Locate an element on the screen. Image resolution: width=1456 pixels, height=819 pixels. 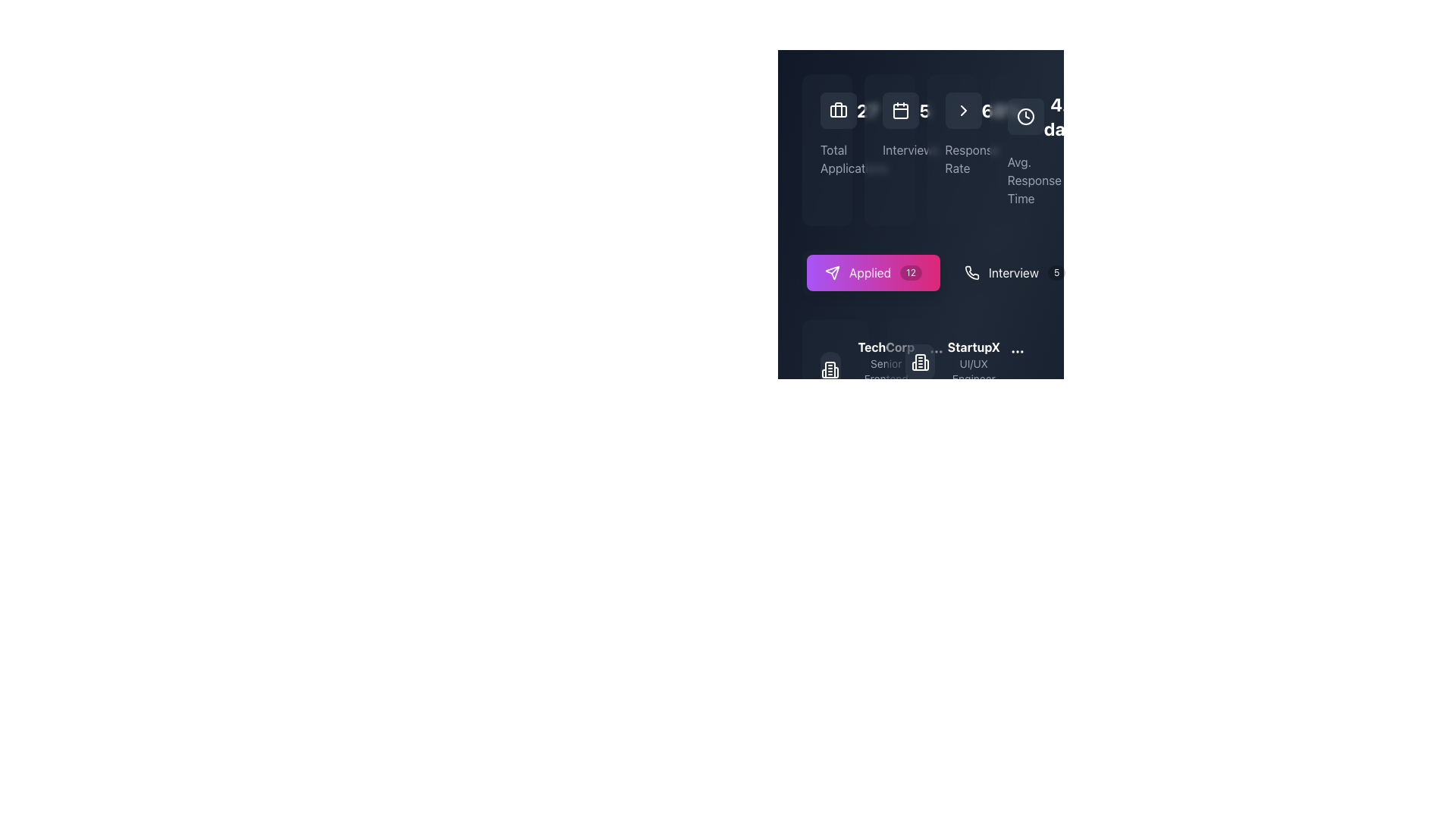
the 'Applied' button with a paper plane icon and a badge showing '12' is located at coordinates (874, 271).